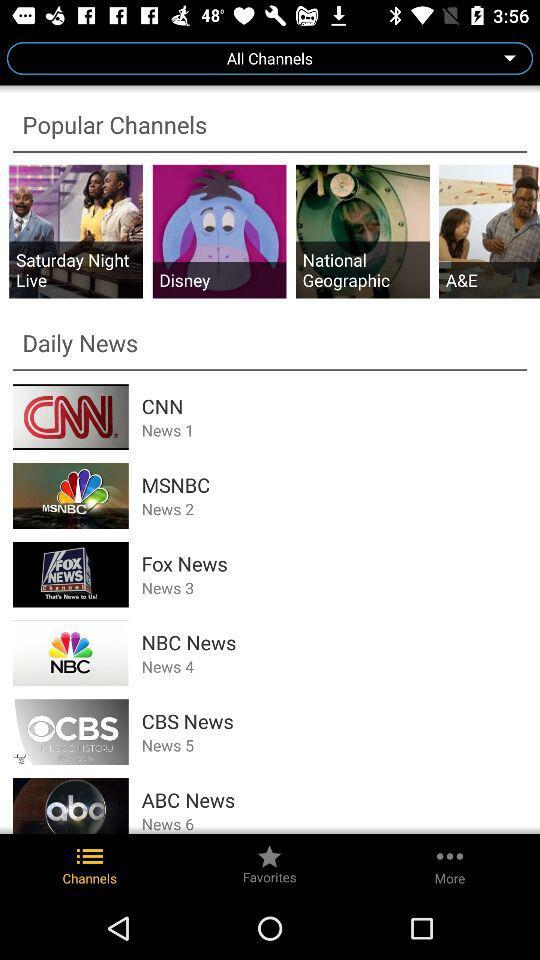 The height and width of the screenshot is (960, 540). I want to click on the icon below the cnn icon, so click(334, 430).